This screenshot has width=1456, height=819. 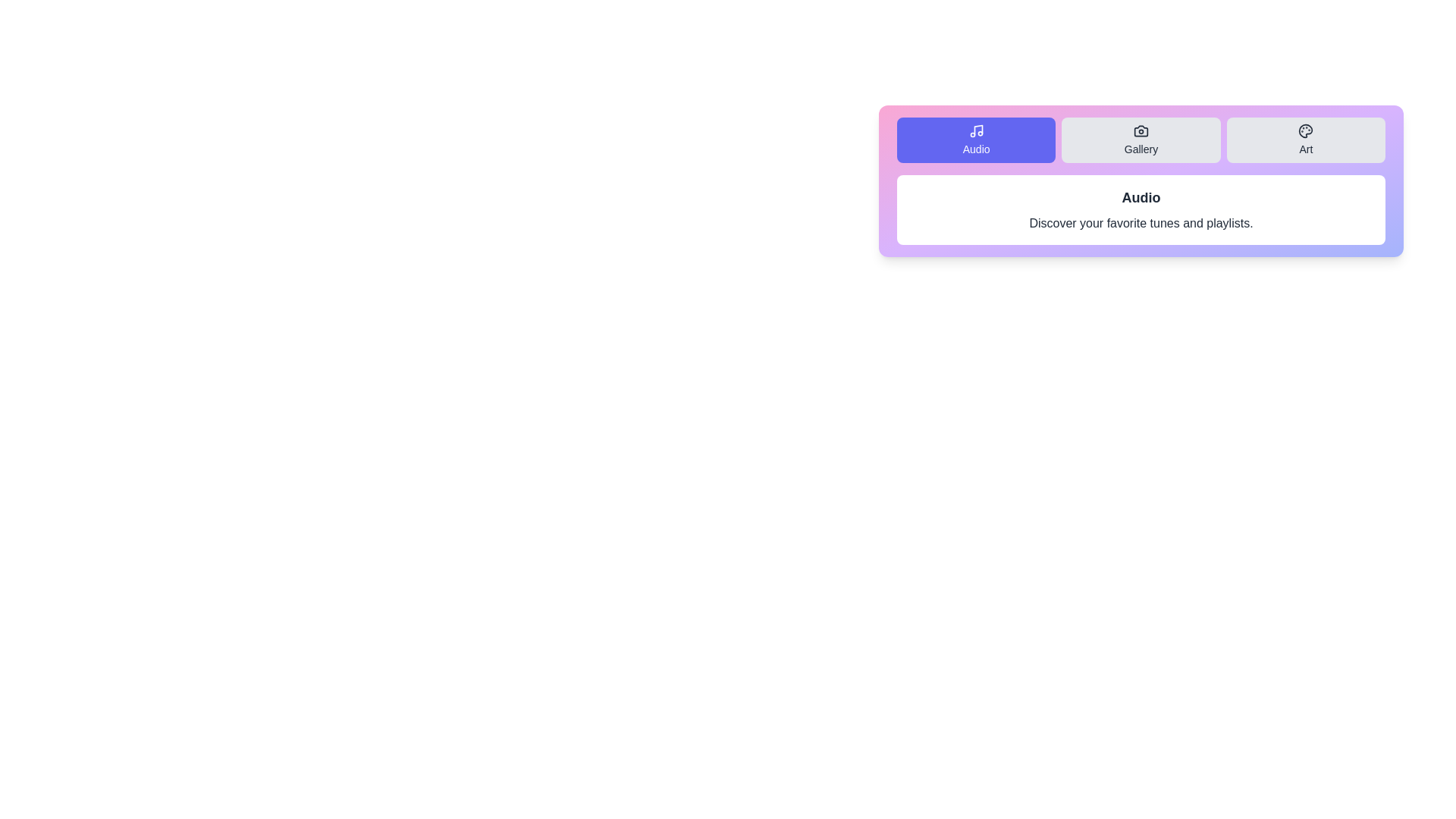 What do you see at coordinates (1305, 140) in the screenshot?
I see `the tab labeled Art` at bounding box center [1305, 140].